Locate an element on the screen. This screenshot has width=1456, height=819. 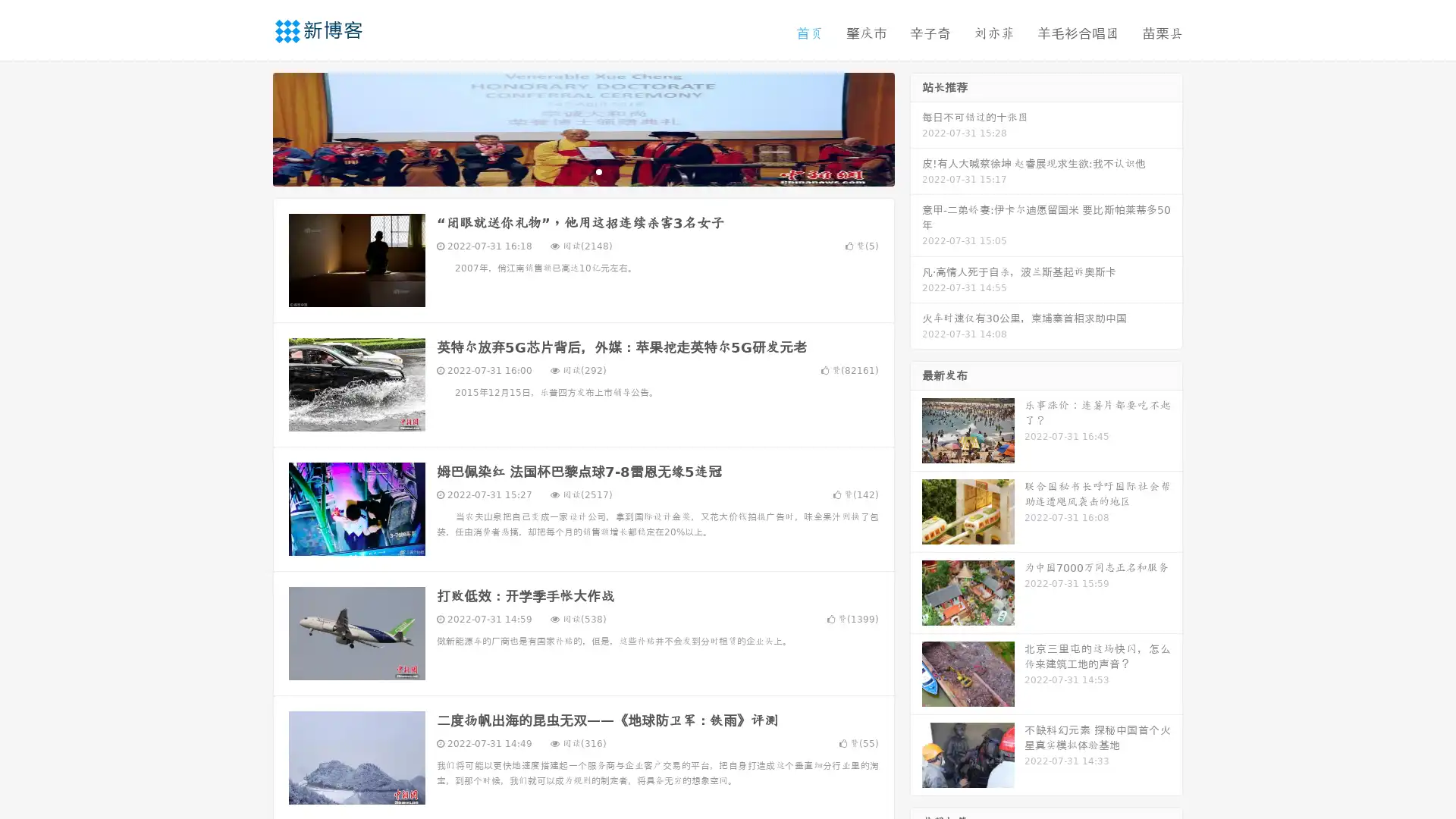
Go to slide 2 is located at coordinates (582, 171).